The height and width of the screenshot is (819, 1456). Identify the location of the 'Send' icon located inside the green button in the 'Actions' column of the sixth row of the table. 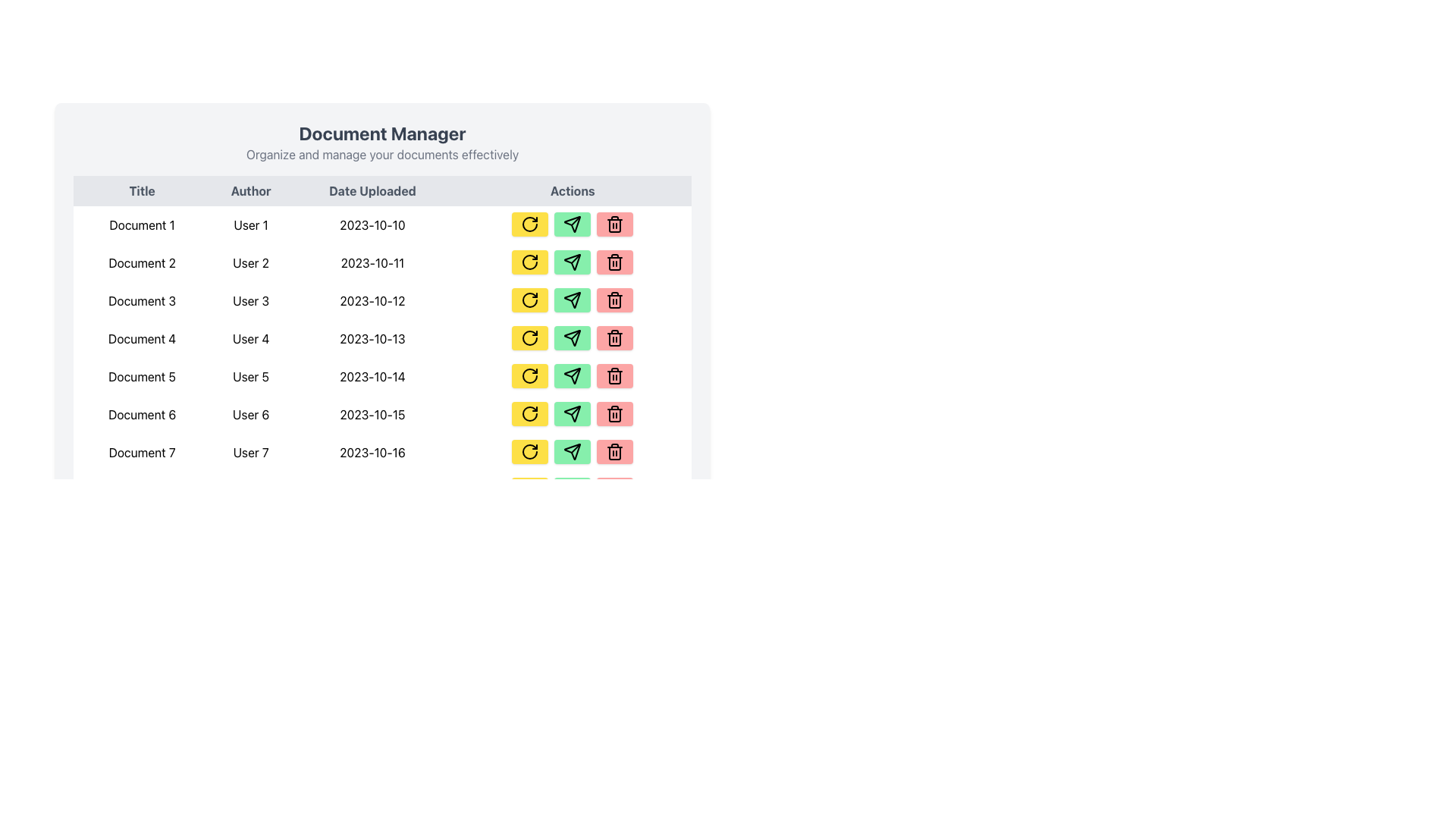
(572, 262).